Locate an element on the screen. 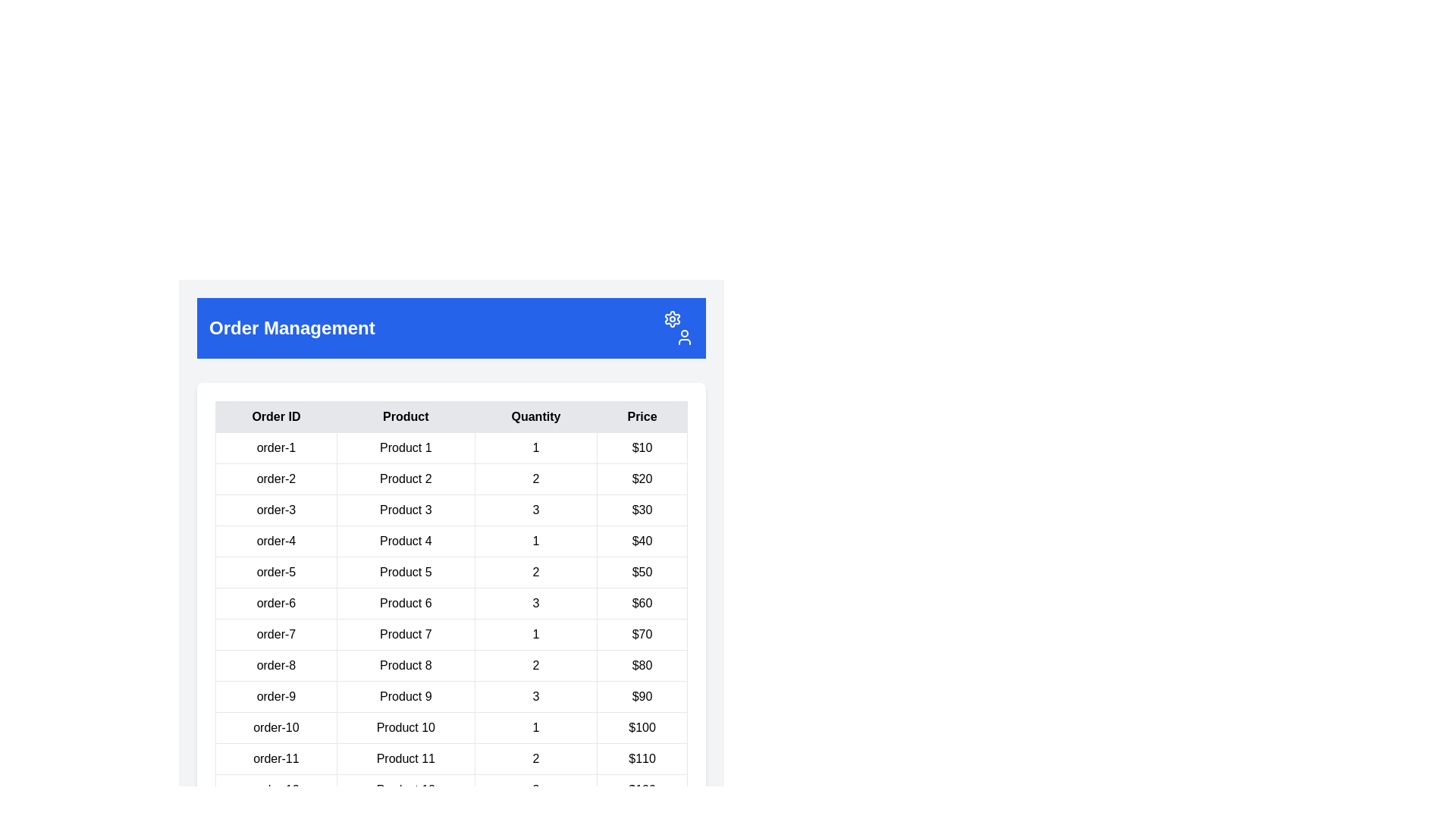 The width and height of the screenshot is (1456, 819). price information from the Table cell located in the 'Price' column of the table for 'Product 6' in the 6th row is located at coordinates (642, 602).